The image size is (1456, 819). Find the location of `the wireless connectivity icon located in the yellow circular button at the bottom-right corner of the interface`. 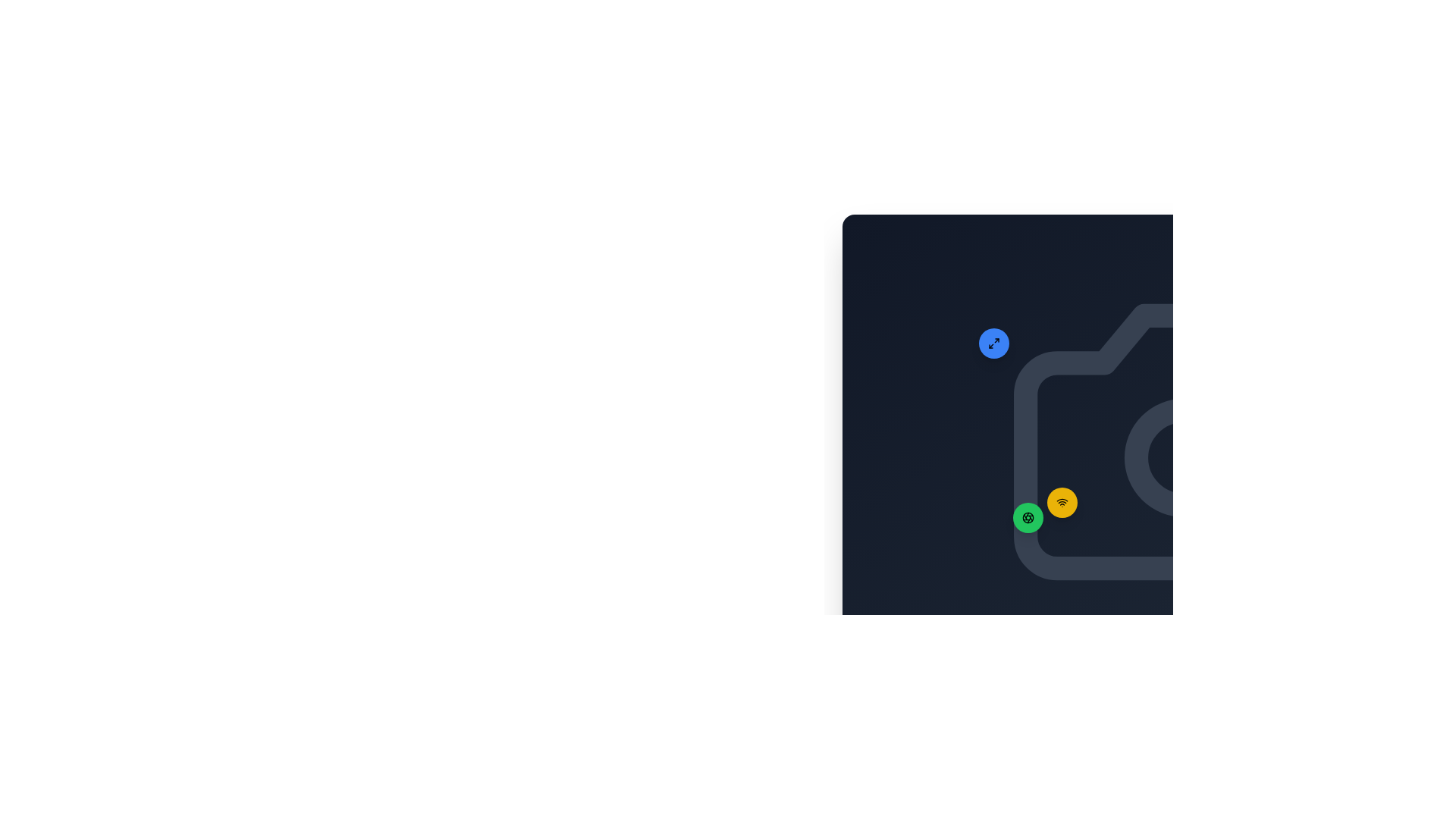

the wireless connectivity icon located in the yellow circular button at the bottom-right corner of the interface is located at coordinates (1062, 503).